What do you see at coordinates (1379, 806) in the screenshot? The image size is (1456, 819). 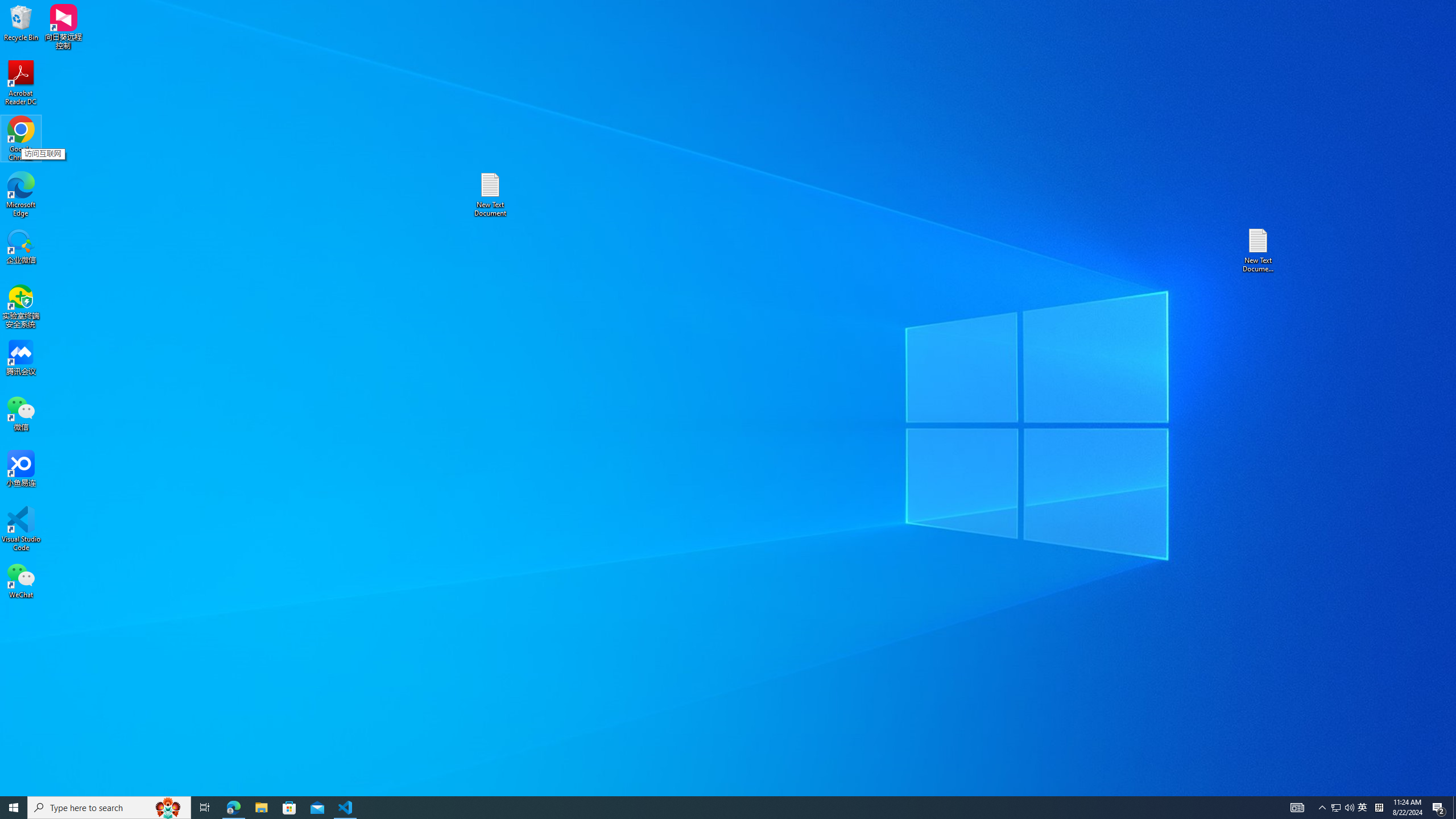 I see `'Tray Input Indicator - Chinese (Simplified, China)'` at bounding box center [1379, 806].